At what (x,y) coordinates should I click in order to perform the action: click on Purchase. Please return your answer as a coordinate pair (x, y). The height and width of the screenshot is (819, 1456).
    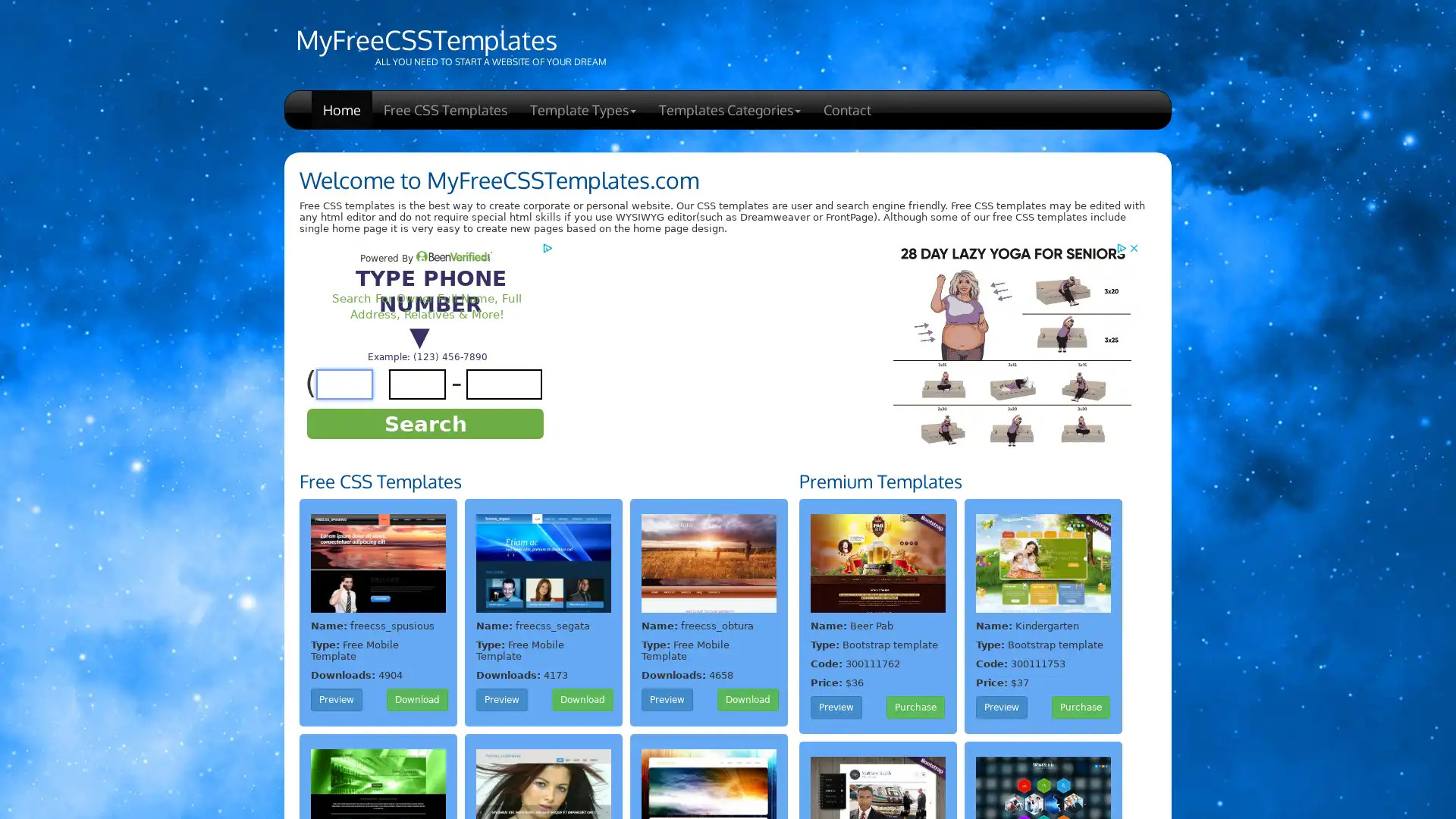
    Looking at the image, I should click on (1080, 708).